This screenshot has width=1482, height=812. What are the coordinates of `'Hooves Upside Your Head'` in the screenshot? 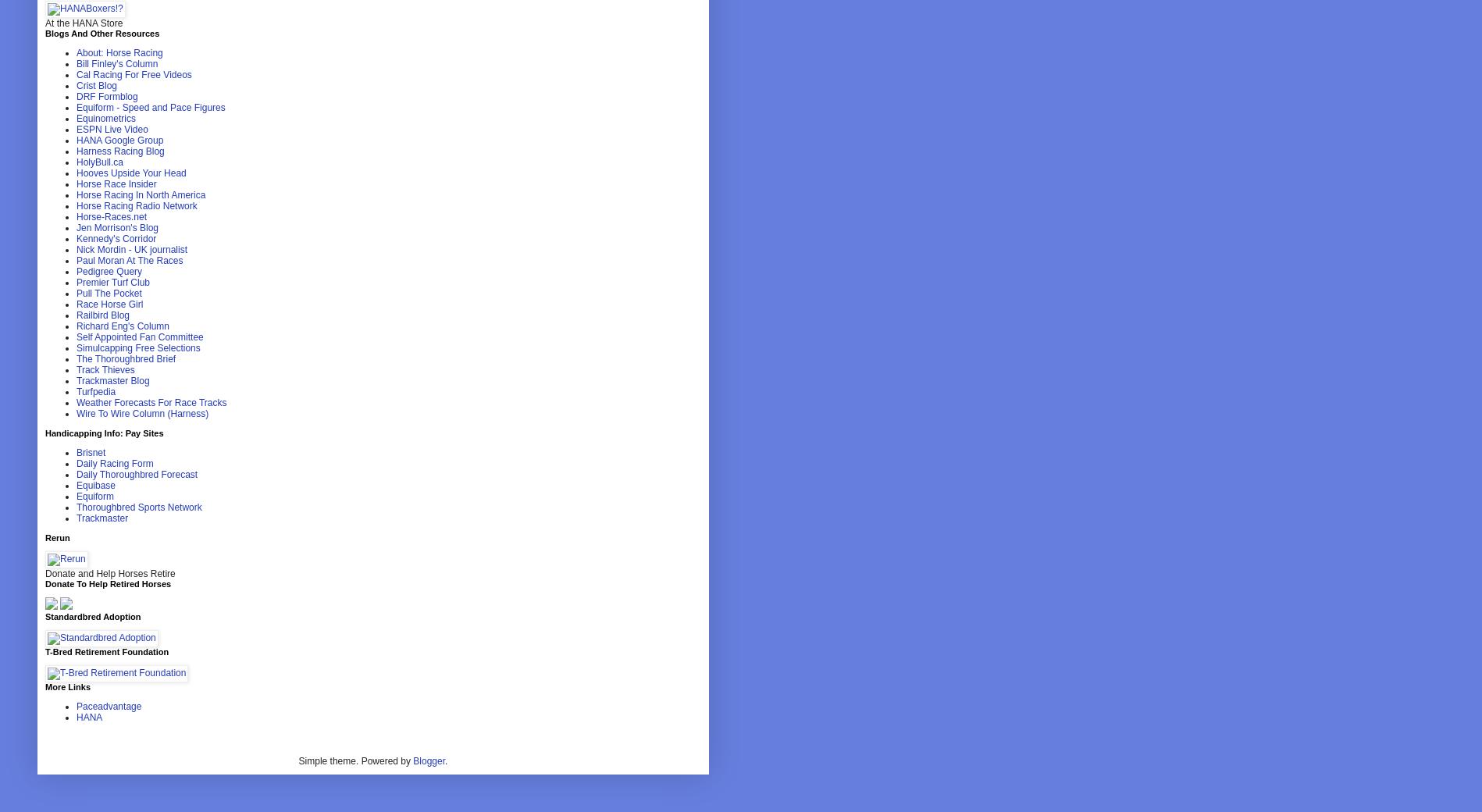 It's located at (130, 173).